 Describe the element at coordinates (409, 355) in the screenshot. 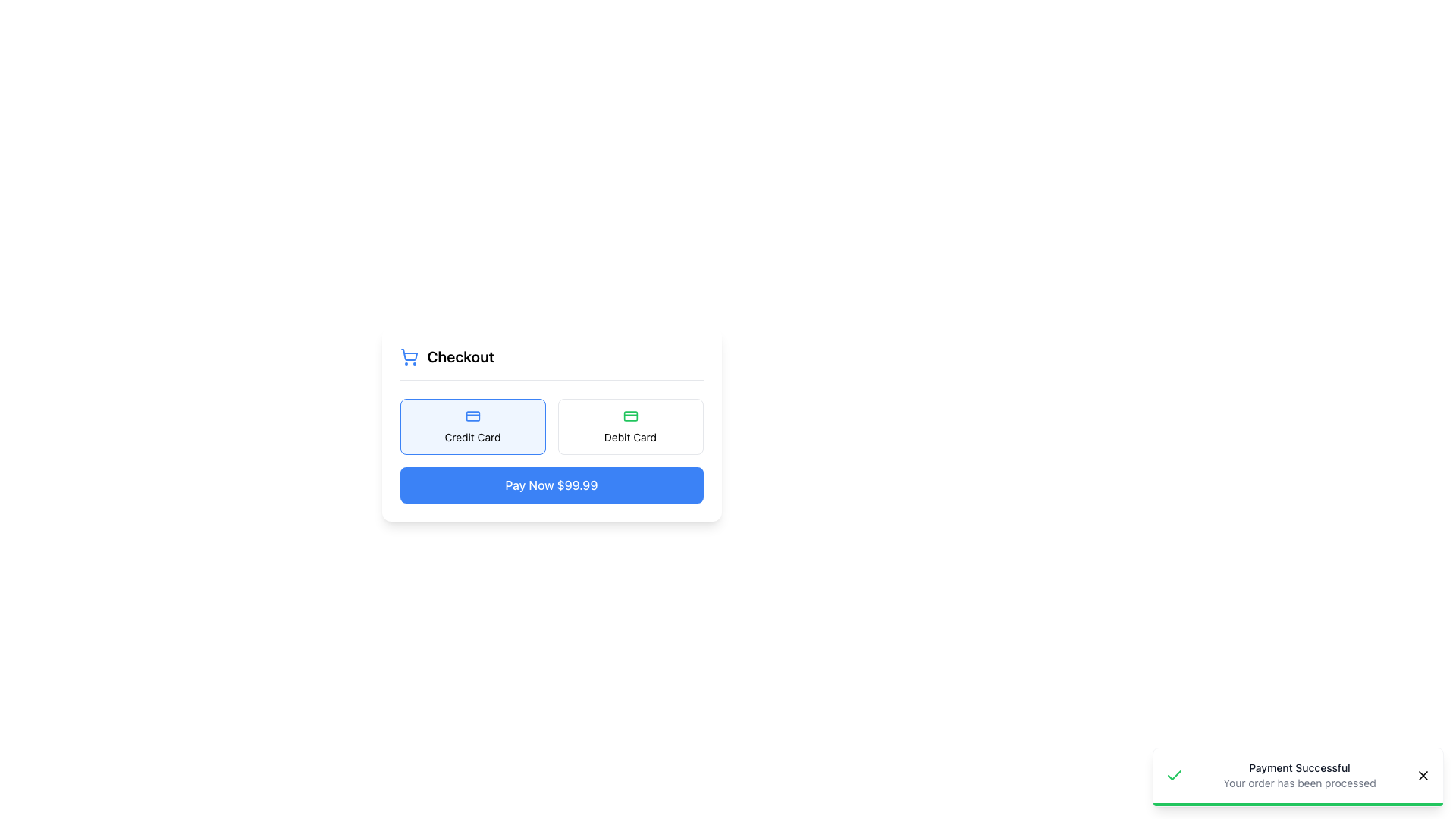

I see `the blue shopping cart icon located in the upper section of the interface, above the 'Credit Card' and 'Debit Card' buttons` at that location.